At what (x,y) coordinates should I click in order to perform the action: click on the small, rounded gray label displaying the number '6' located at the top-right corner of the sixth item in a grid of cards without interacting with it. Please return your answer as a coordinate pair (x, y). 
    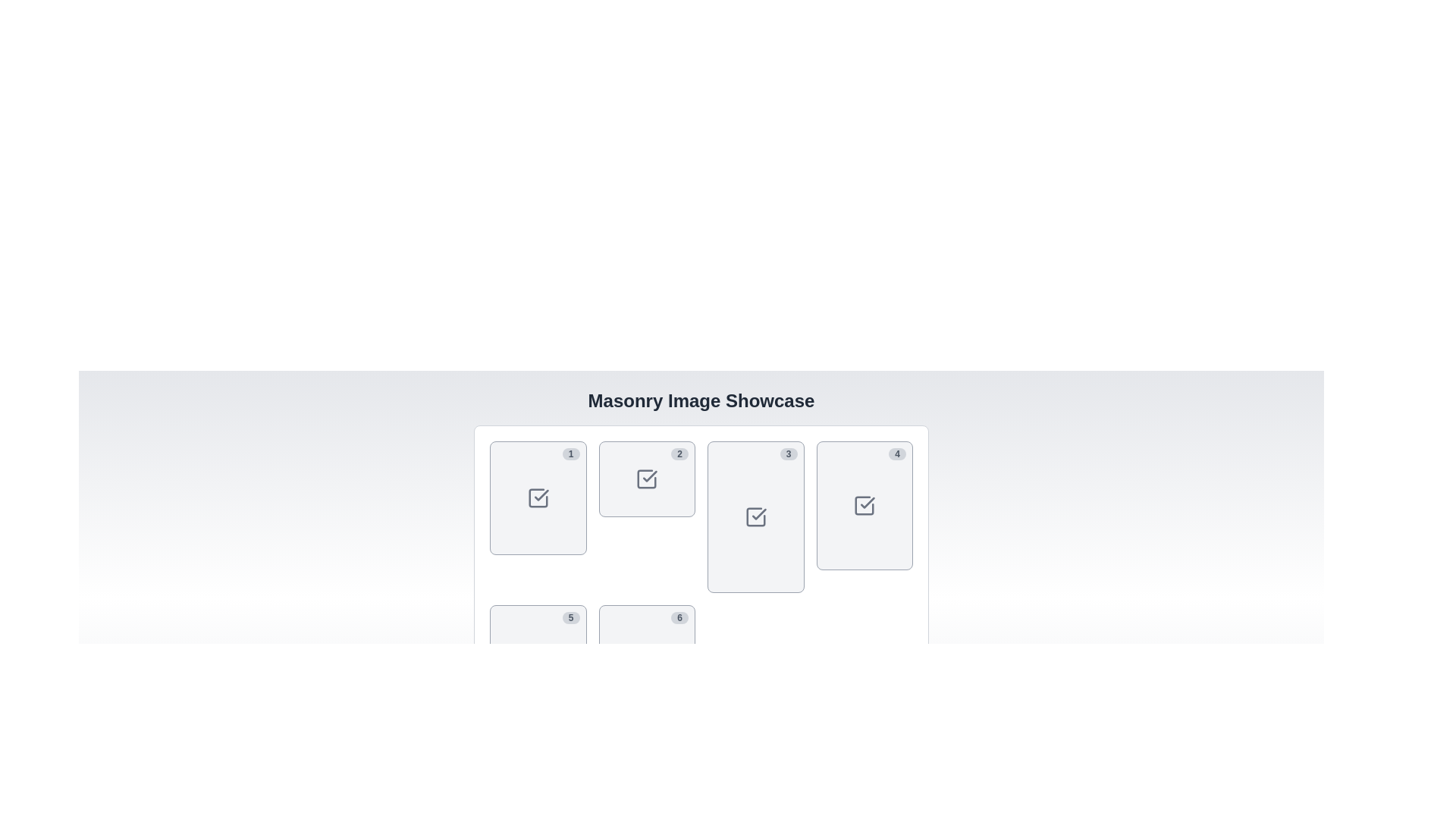
    Looking at the image, I should click on (679, 617).